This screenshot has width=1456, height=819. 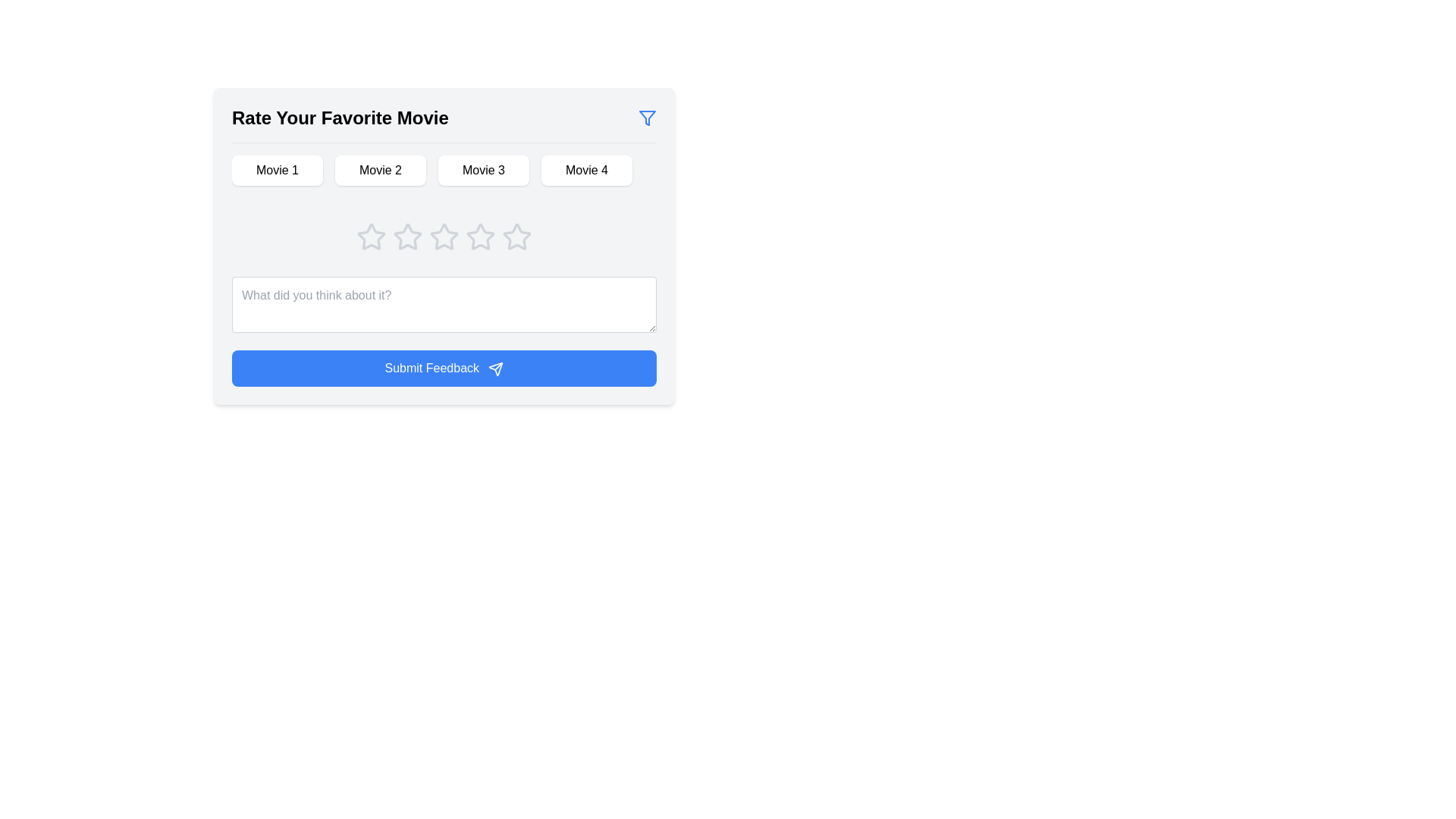 What do you see at coordinates (516, 237) in the screenshot?
I see `the fifth star icon in the rating section, which is represented by a light gray outlined star-shaped icon` at bounding box center [516, 237].